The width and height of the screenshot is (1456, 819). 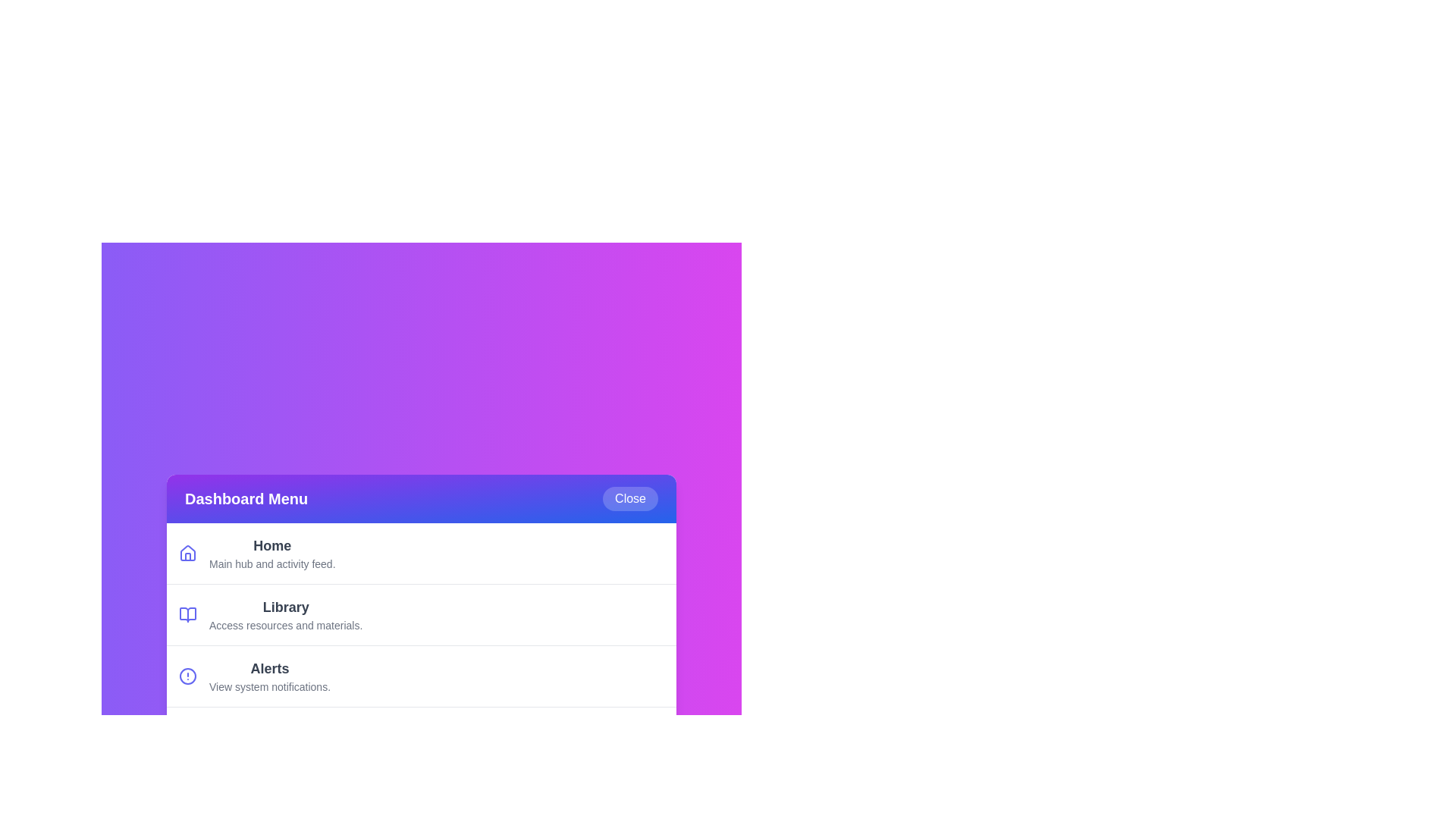 I want to click on the menu item Alerts by clicking on it, so click(x=422, y=675).